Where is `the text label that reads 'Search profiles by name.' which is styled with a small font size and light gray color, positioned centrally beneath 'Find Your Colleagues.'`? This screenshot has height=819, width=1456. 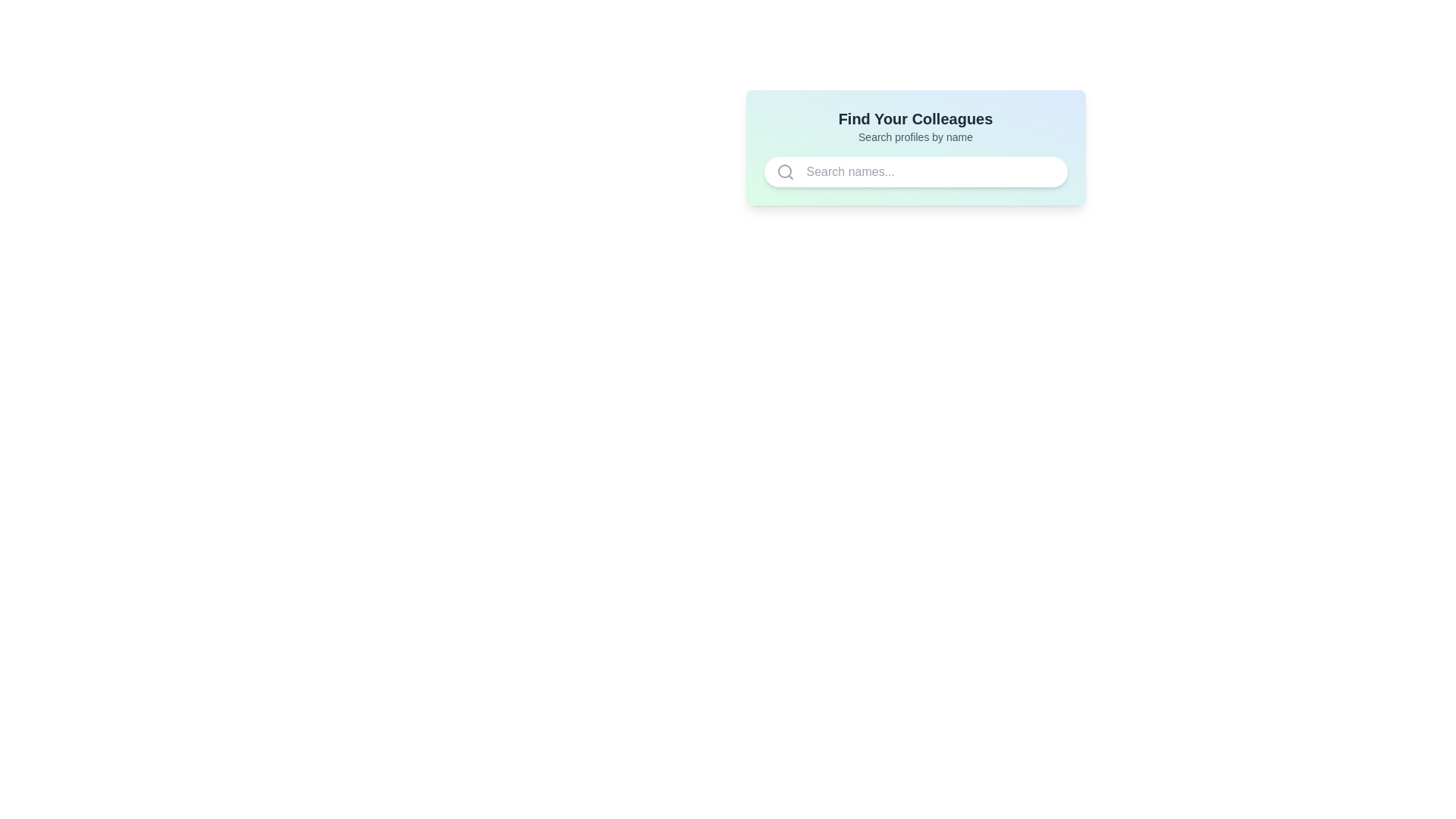 the text label that reads 'Search profiles by name.' which is styled with a small font size and light gray color, positioned centrally beneath 'Find Your Colleagues.' is located at coordinates (915, 137).